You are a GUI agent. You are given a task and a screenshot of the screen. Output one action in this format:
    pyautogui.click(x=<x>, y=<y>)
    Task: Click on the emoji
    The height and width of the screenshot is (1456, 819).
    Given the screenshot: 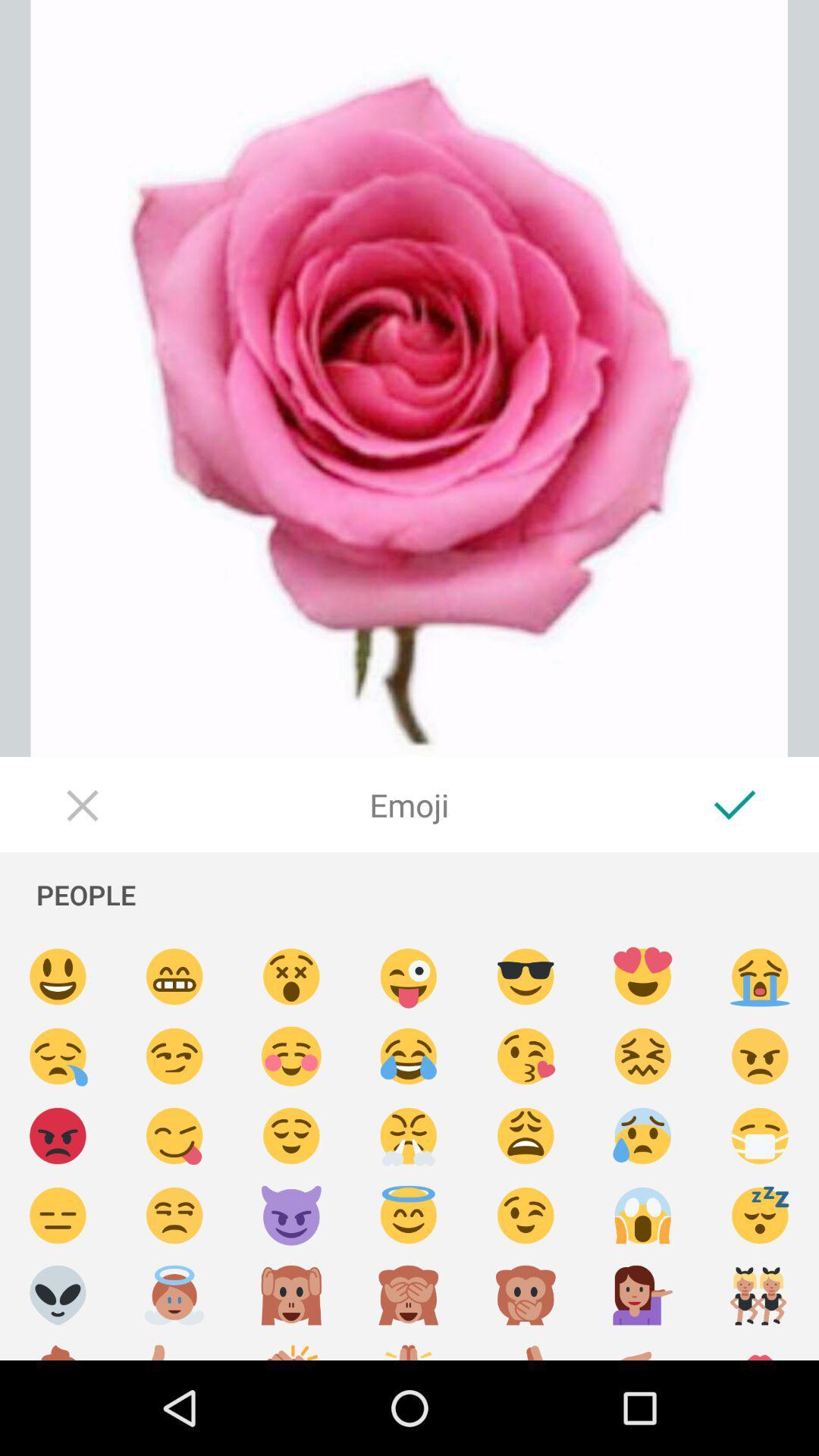 What is the action you would take?
    pyautogui.click(x=408, y=1136)
    